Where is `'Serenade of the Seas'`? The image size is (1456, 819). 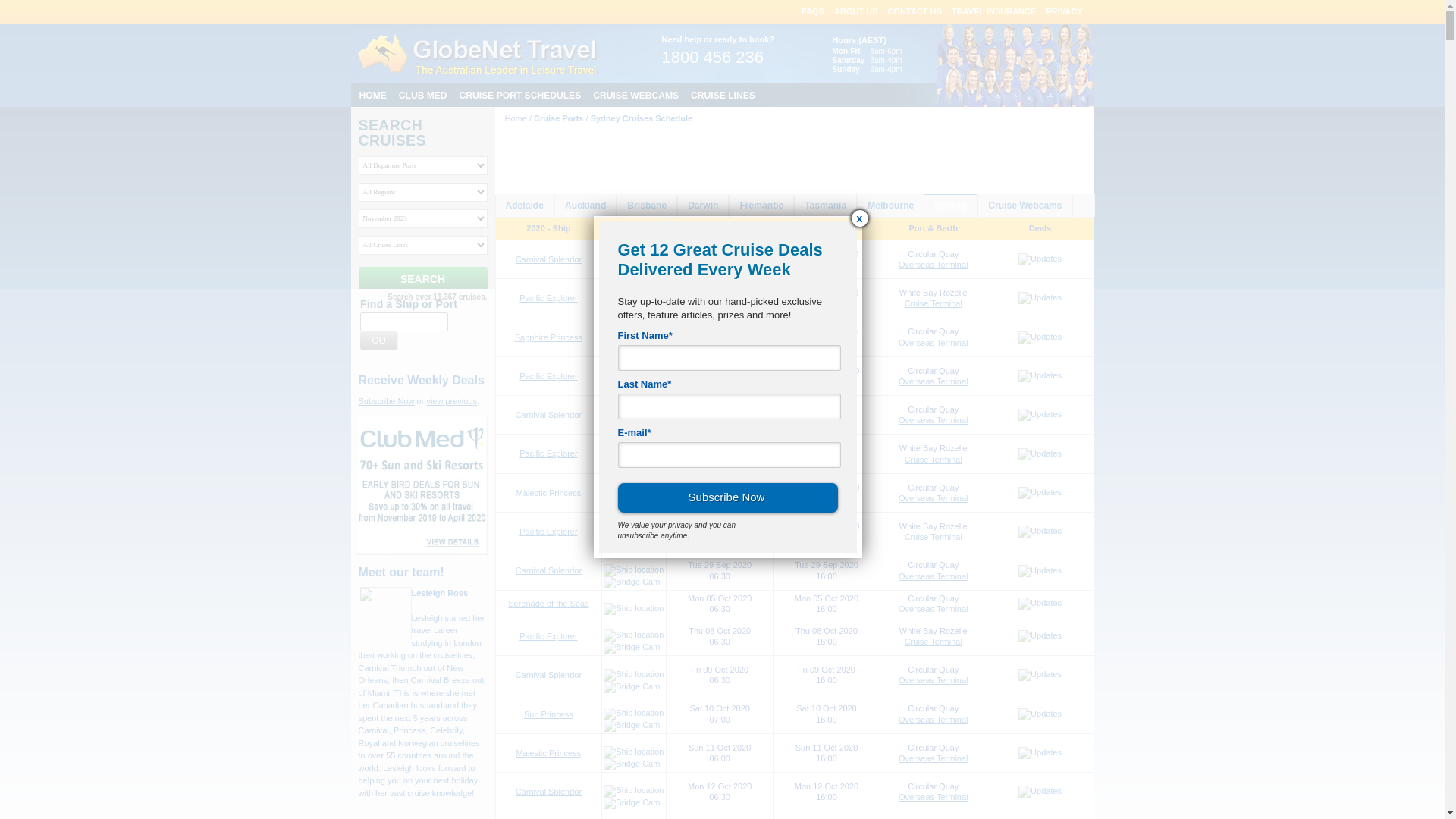
'Serenade of the Seas' is located at coordinates (508, 602).